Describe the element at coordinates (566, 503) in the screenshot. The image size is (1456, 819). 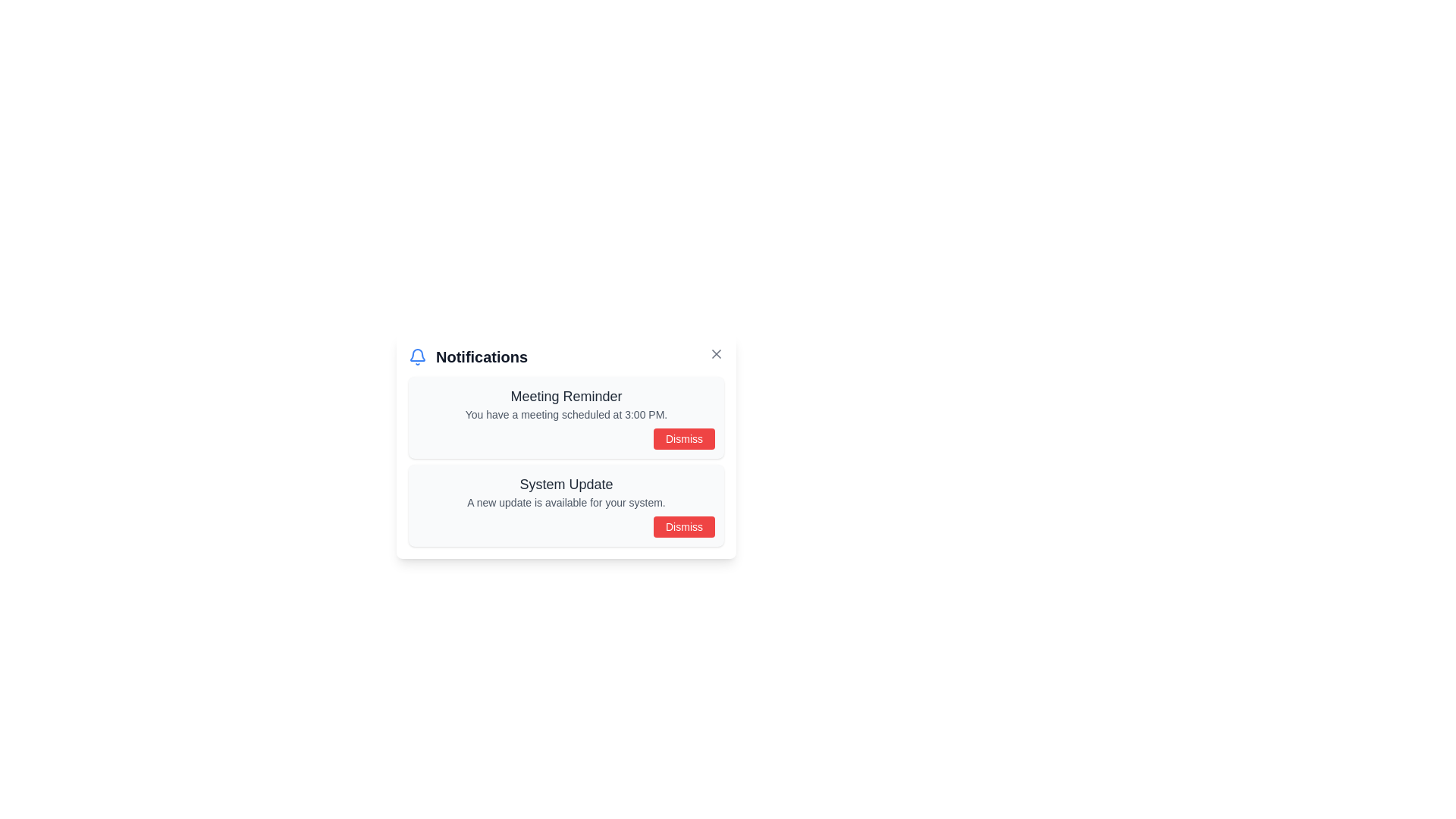
I see `the text block element styled with a small-sized, gray-colored font that displays the message 'A new update is available for your system.' located beneath the title 'System Update' within the notification panel` at that location.